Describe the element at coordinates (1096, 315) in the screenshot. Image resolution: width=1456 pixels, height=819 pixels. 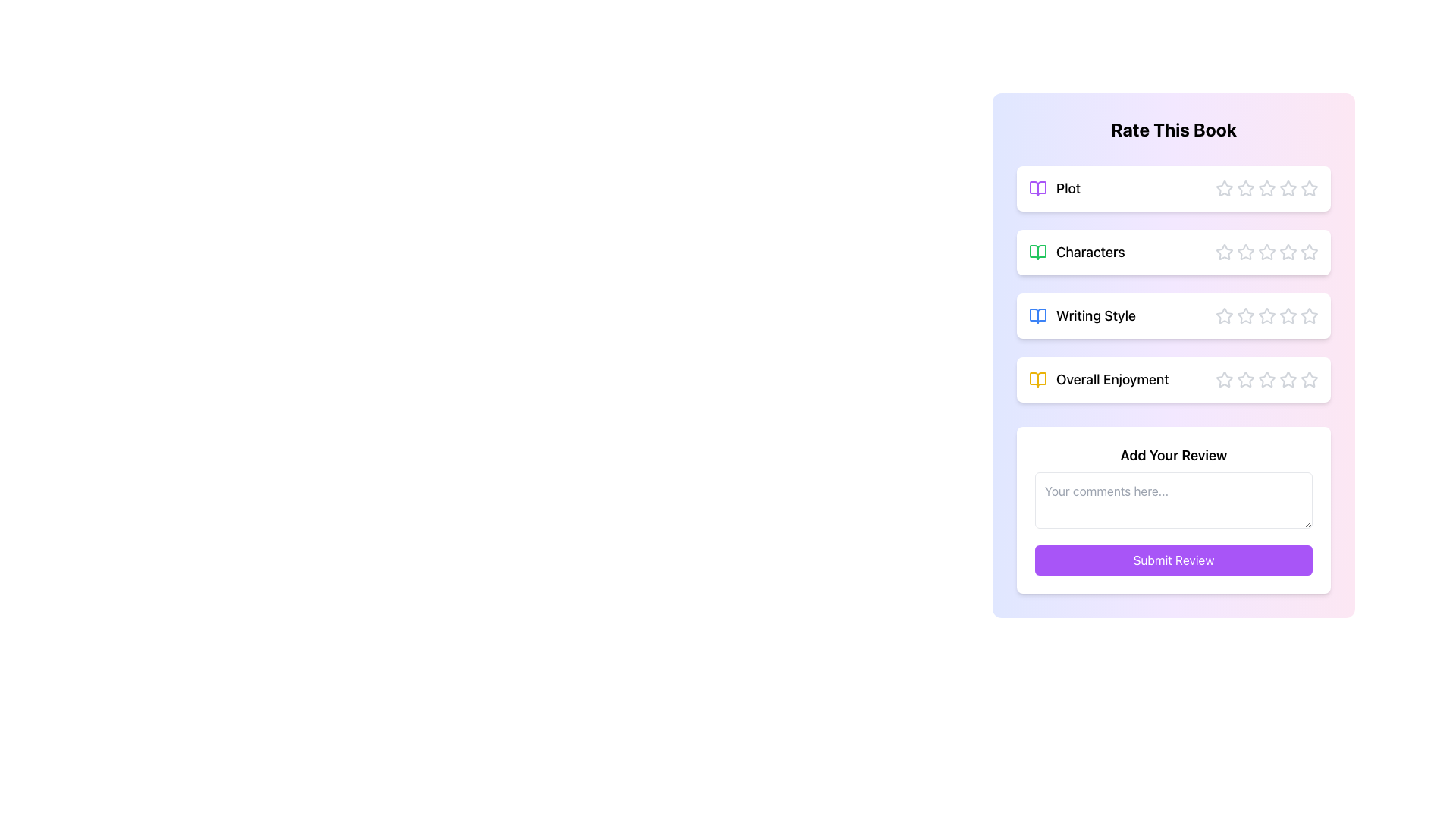
I see `the 'Writing Style' text label located in the third row of the rating section, which is aligned to the right of a blue book icon and above the rating stars` at that location.